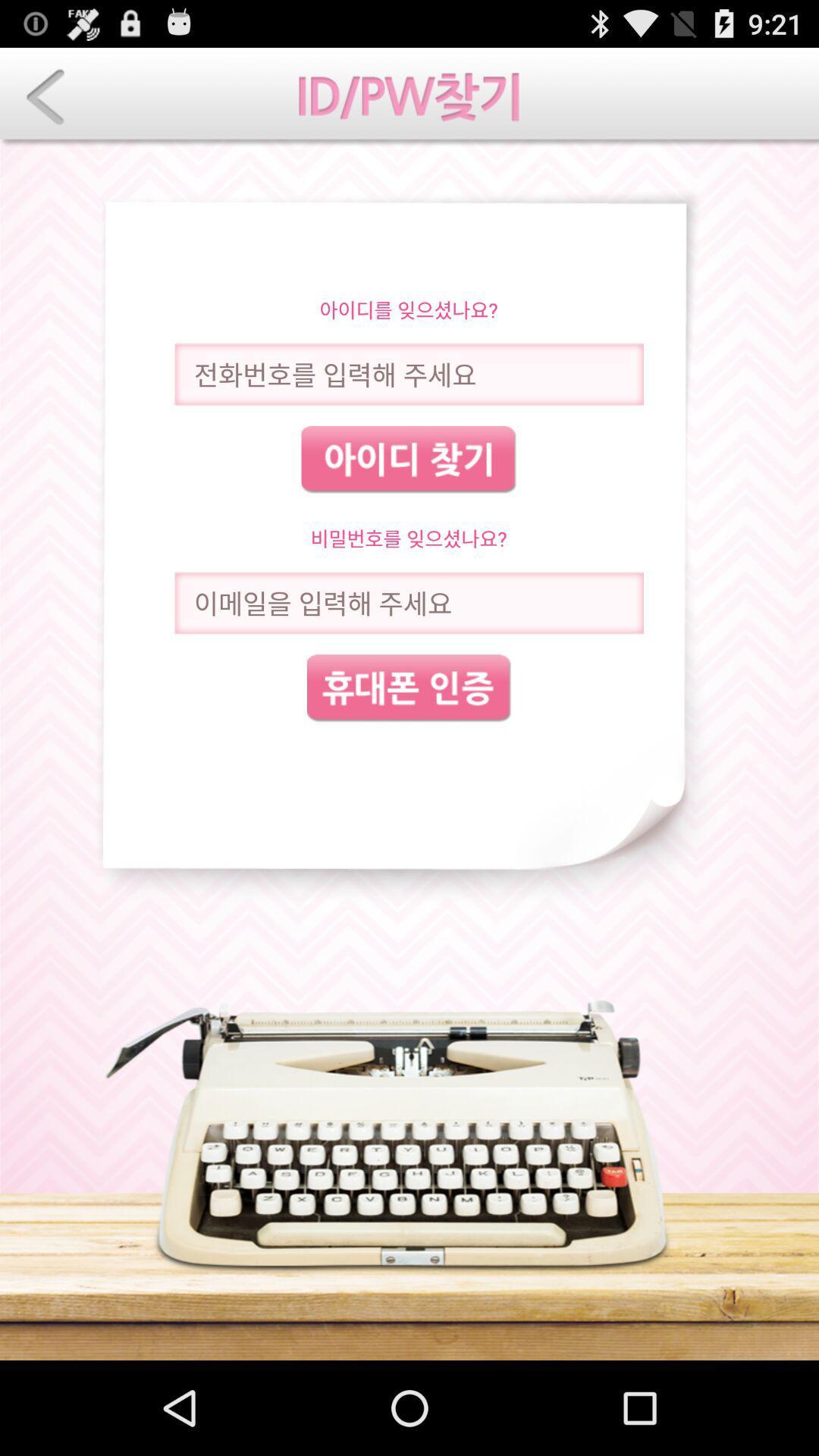  What do you see at coordinates (45, 103) in the screenshot?
I see `the arrow_backward icon` at bounding box center [45, 103].